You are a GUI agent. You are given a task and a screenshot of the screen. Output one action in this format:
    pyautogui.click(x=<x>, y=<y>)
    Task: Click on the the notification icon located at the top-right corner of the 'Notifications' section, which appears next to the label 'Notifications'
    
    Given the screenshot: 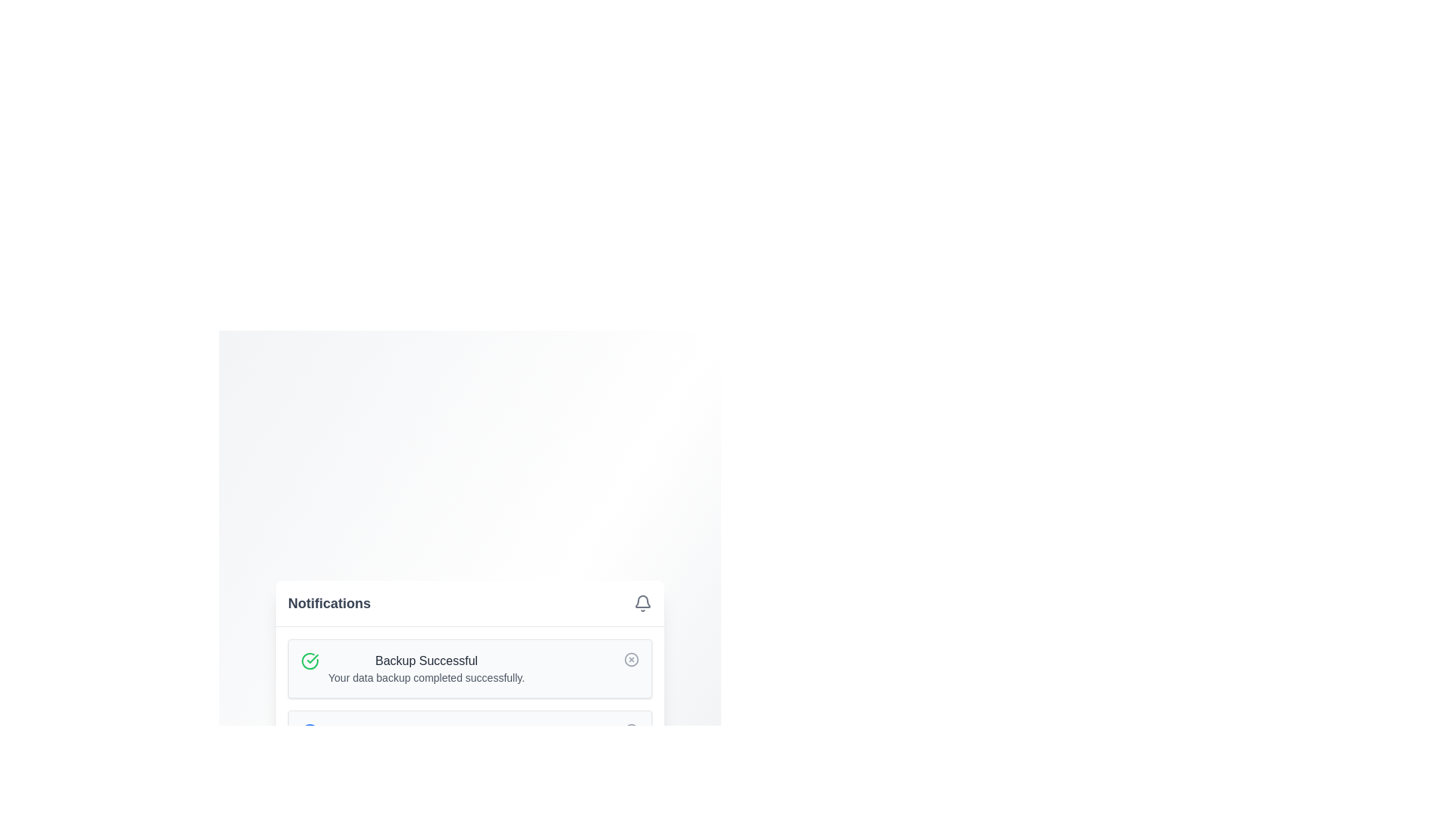 What is the action you would take?
    pyautogui.click(x=643, y=602)
    